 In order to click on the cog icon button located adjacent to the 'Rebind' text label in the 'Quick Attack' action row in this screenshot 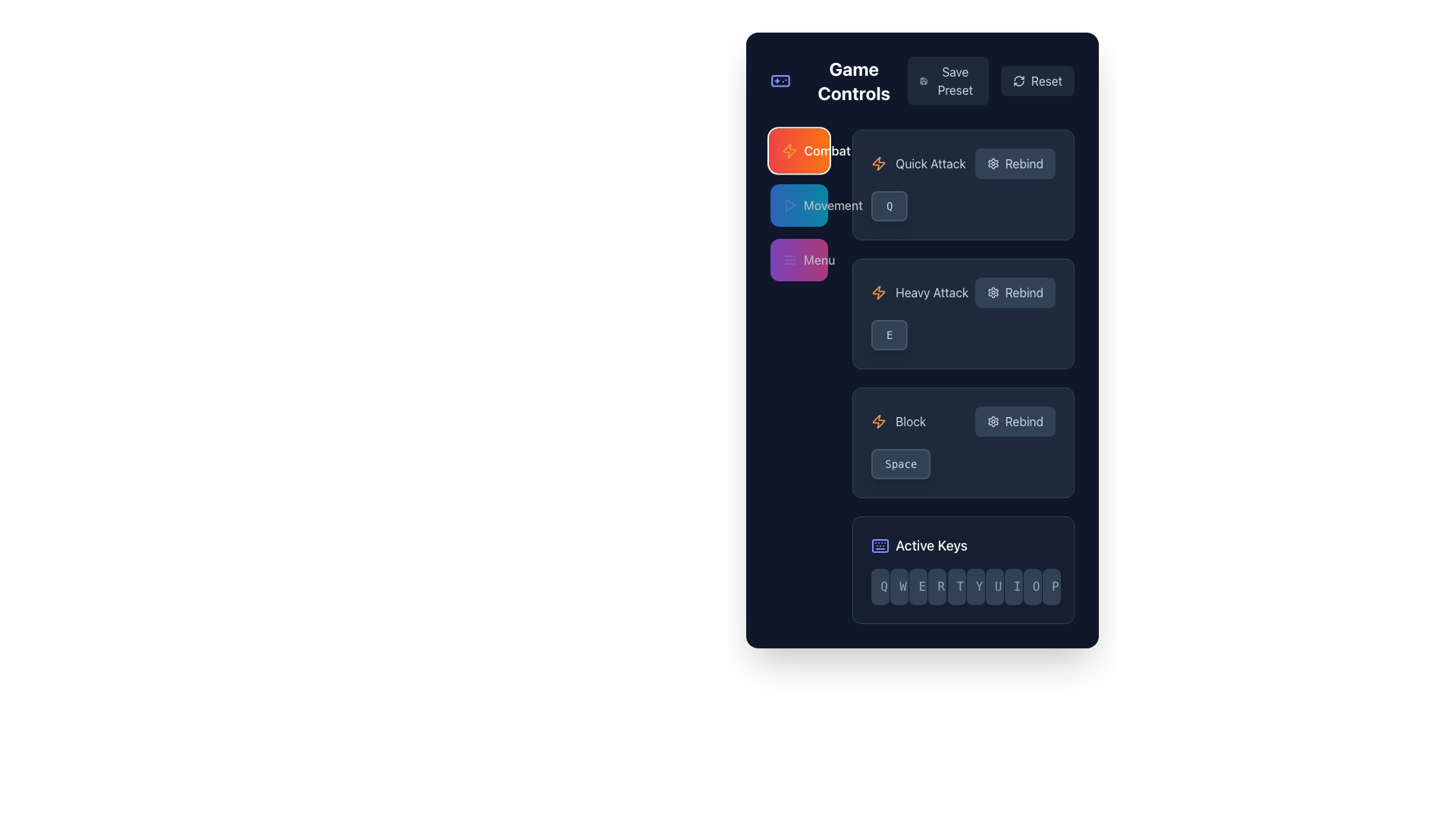, I will do `click(993, 164)`.